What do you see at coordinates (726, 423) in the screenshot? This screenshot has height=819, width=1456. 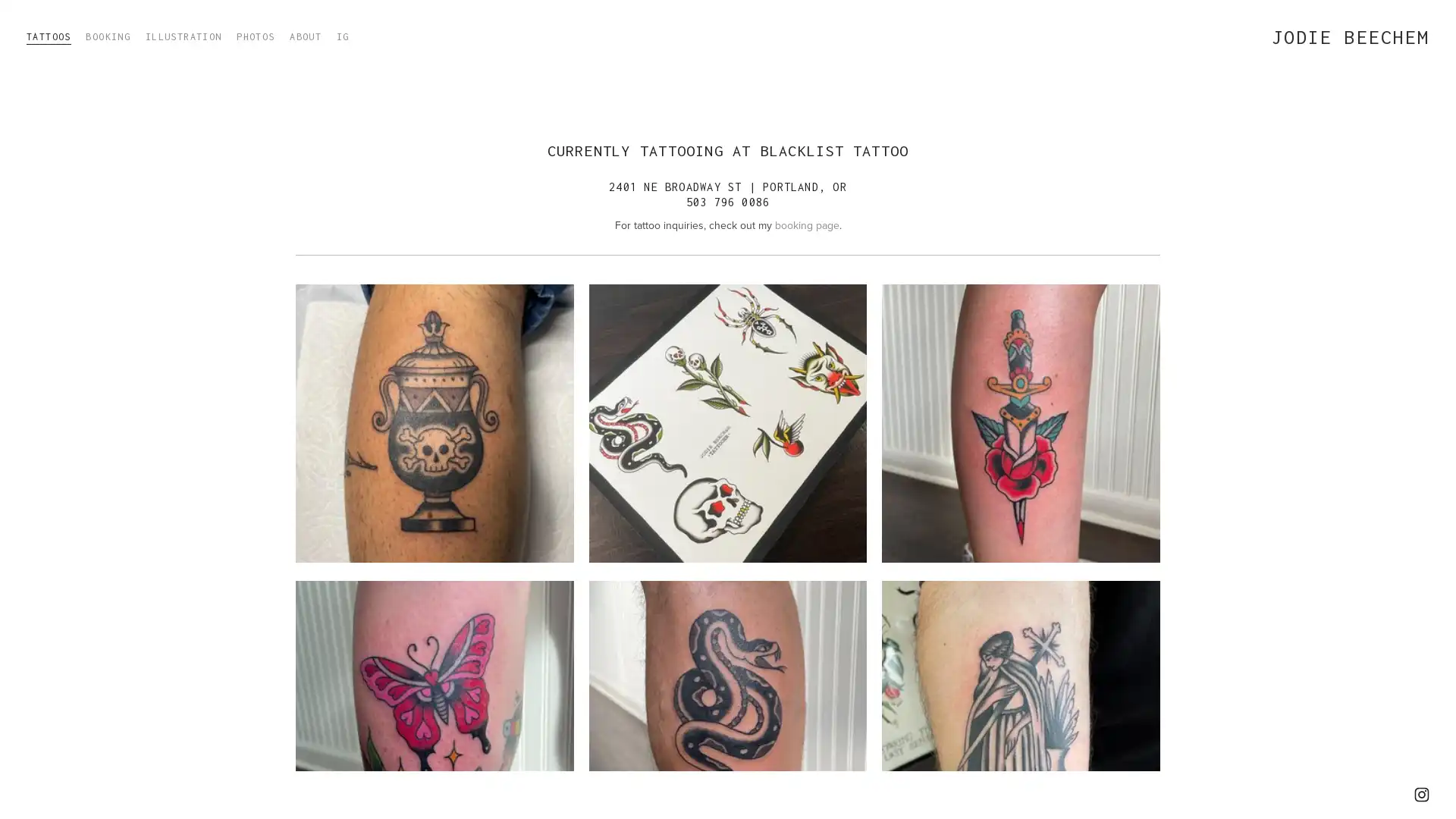 I see `View fullsize` at bounding box center [726, 423].